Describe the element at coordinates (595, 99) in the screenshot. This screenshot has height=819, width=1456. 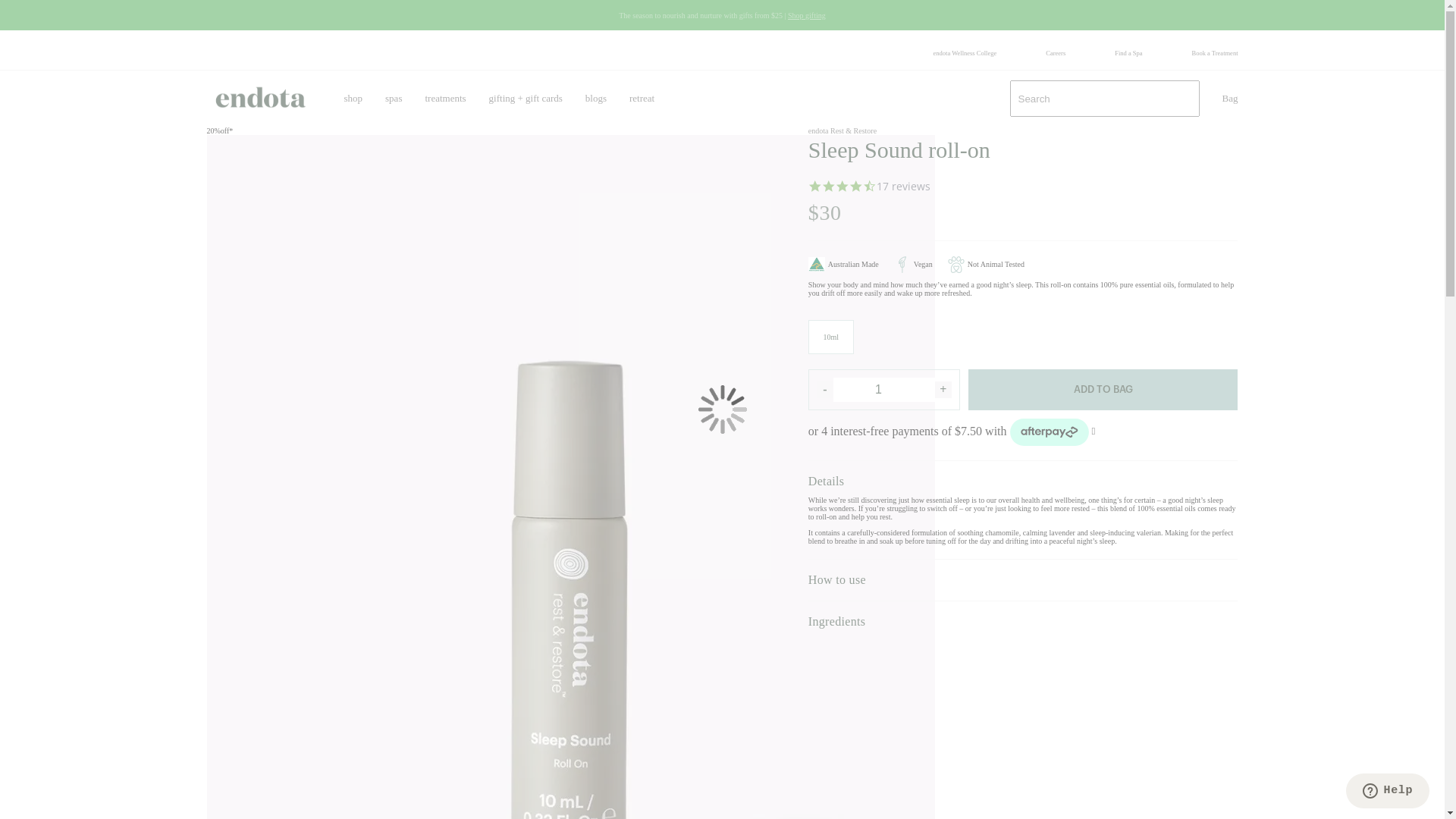
I see `'blogs'` at that location.